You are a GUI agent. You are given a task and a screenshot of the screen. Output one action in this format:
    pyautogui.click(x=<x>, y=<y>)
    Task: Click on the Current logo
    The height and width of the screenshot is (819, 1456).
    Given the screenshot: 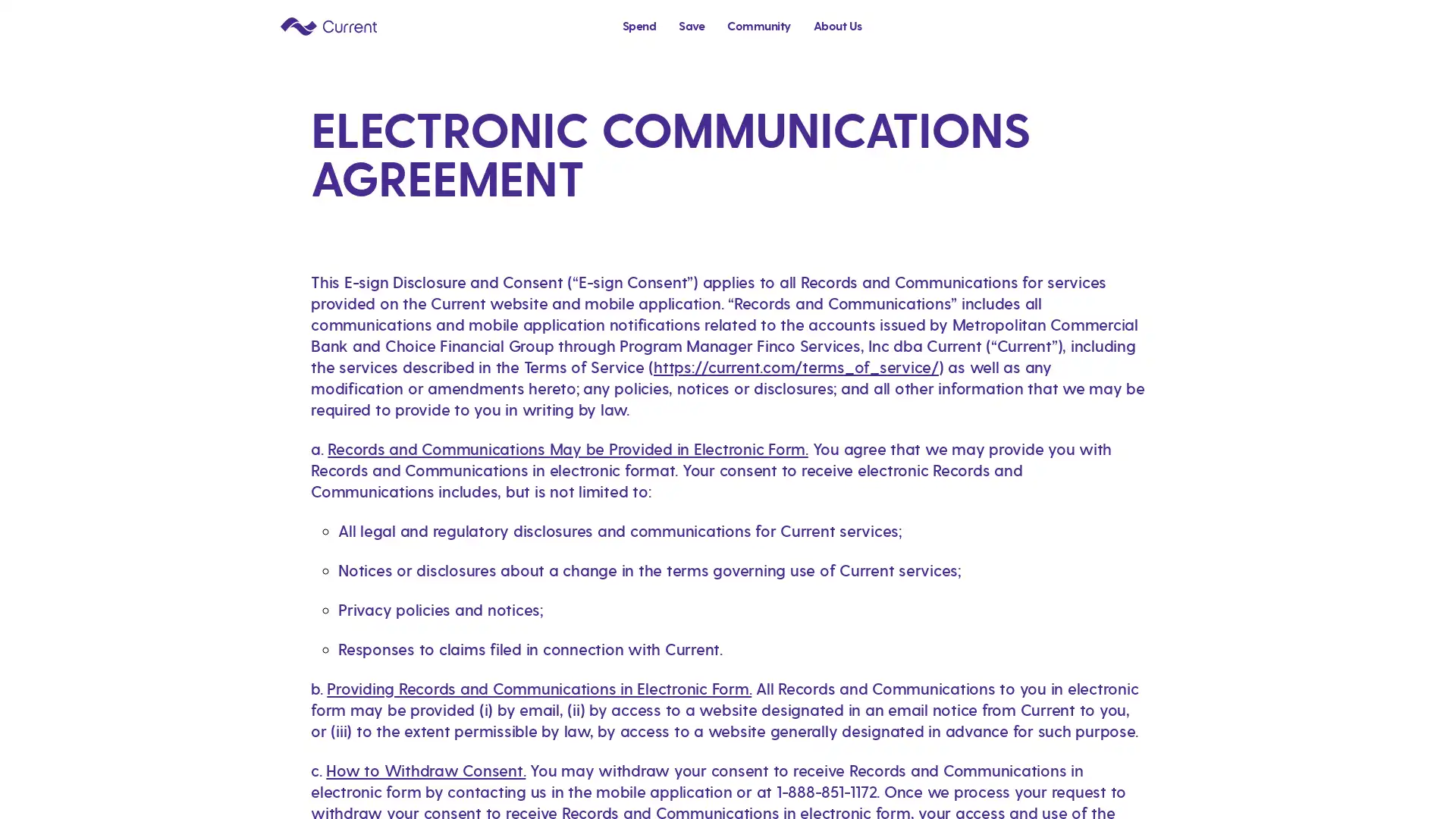 What is the action you would take?
    pyautogui.click(x=328, y=25)
    